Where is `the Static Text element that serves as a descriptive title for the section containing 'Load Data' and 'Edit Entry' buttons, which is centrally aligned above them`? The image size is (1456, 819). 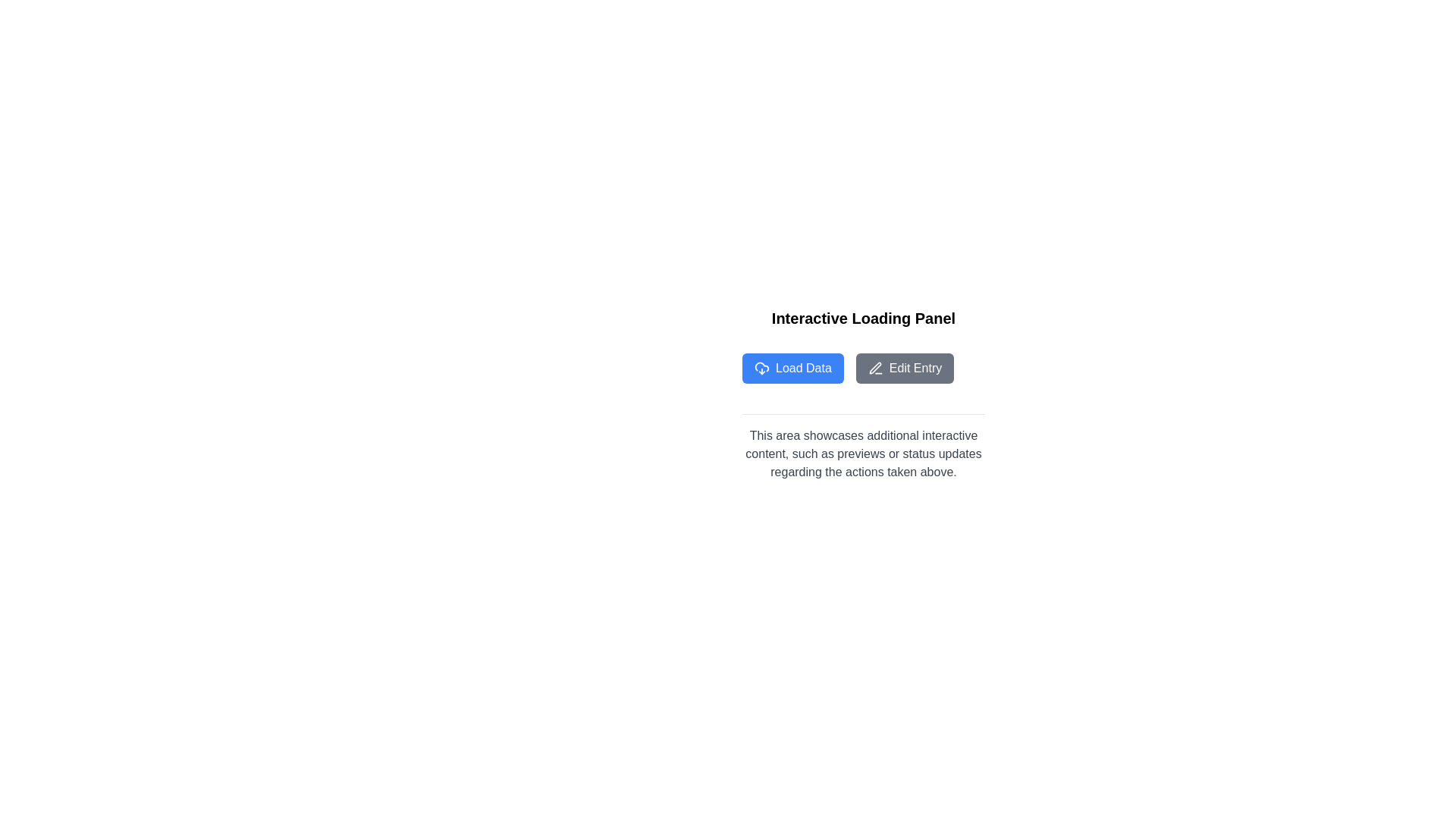
the Static Text element that serves as a descriptive title for the section containing 'Load Data' and 'Edit Entry' buttons, which is centrally aligned above them is located at coordinates (863, 318).